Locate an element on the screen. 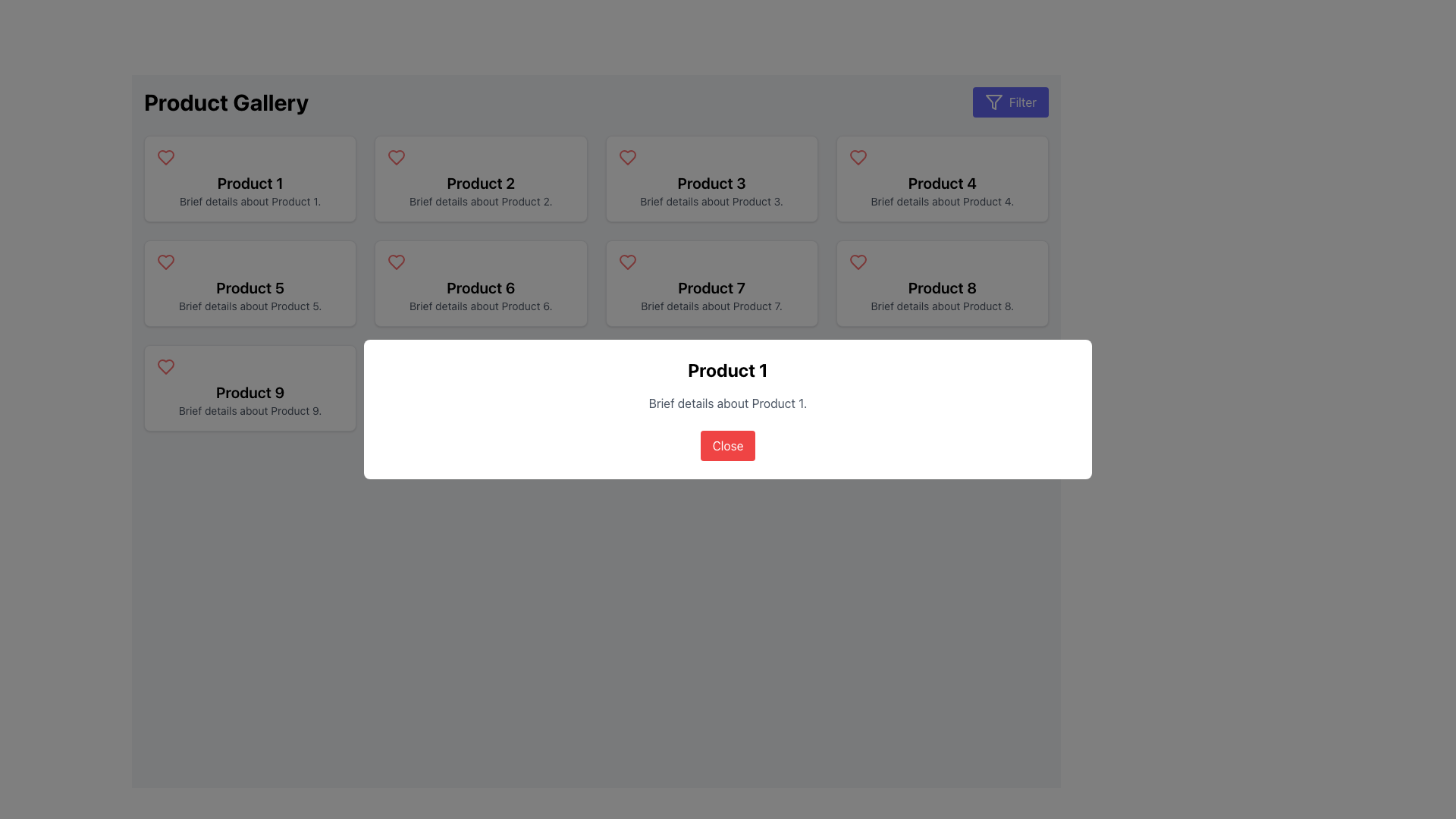  the text label 'Product 8' located in the rightmost column, third row of the 'Product Gallery' section, which is styled with a large font size and bold weight is located at coordinates (941, 288).